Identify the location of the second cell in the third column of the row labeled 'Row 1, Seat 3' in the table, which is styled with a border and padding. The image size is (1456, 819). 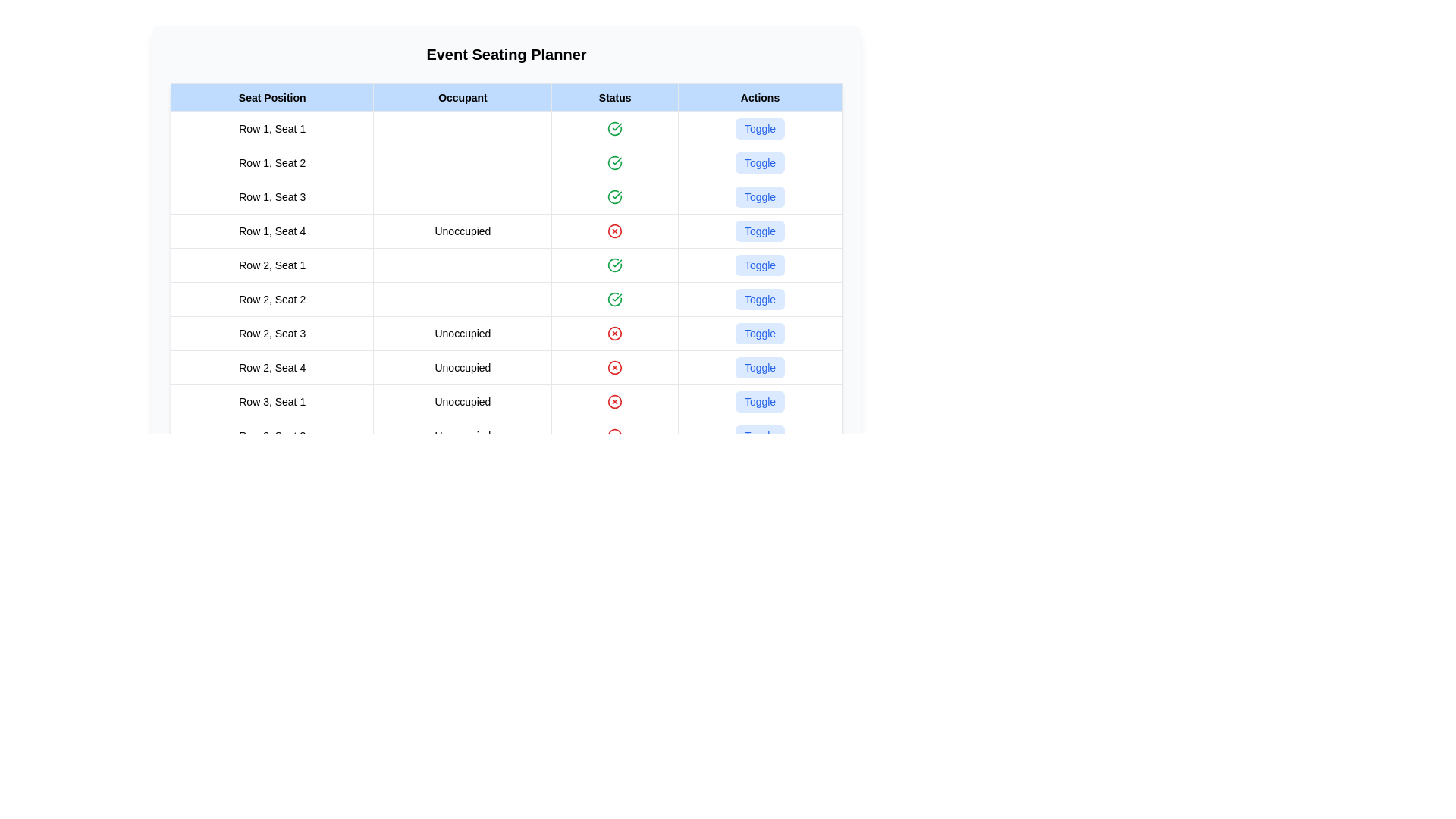
(462, 196).